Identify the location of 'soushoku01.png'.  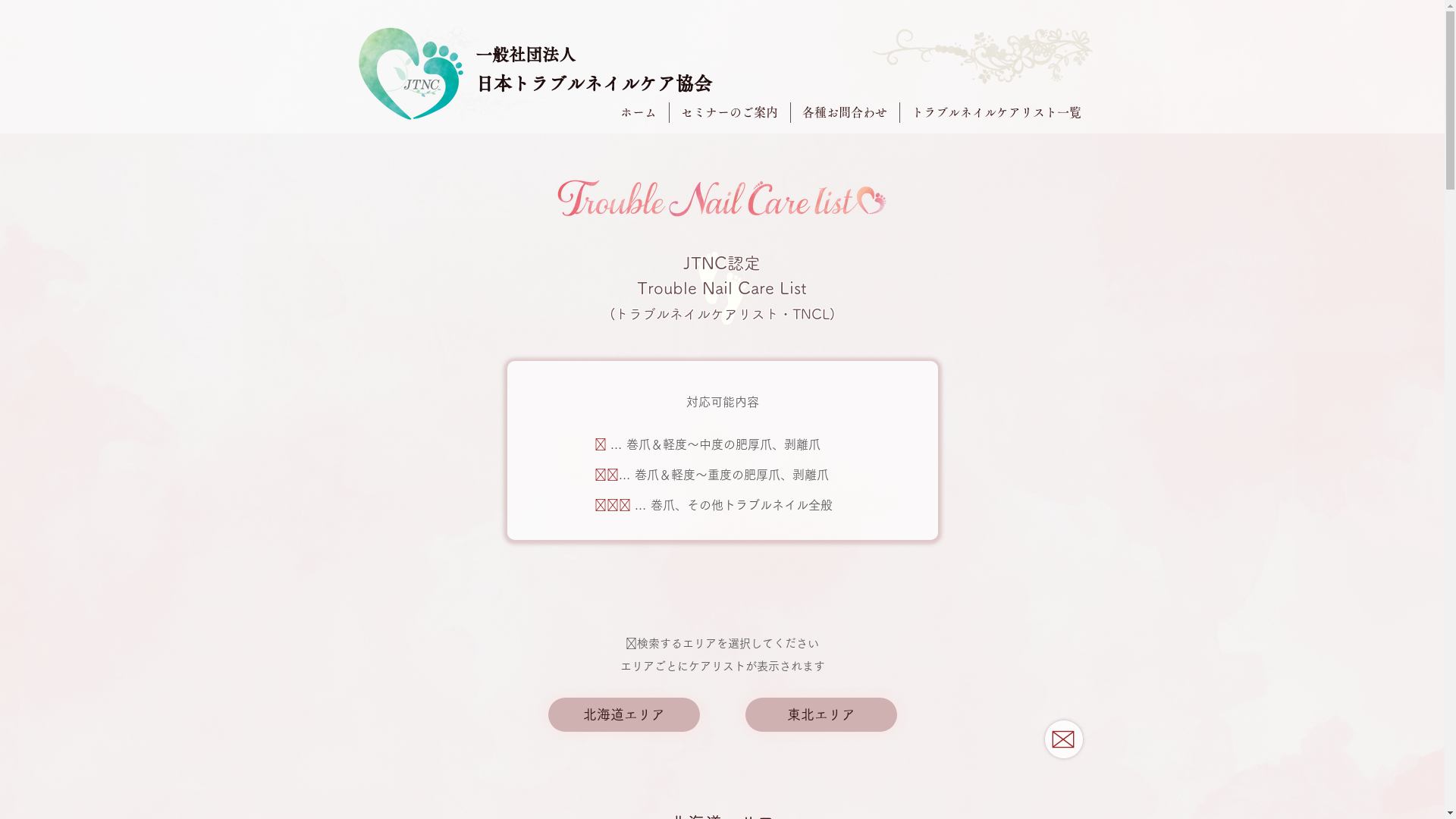
(502, 105).